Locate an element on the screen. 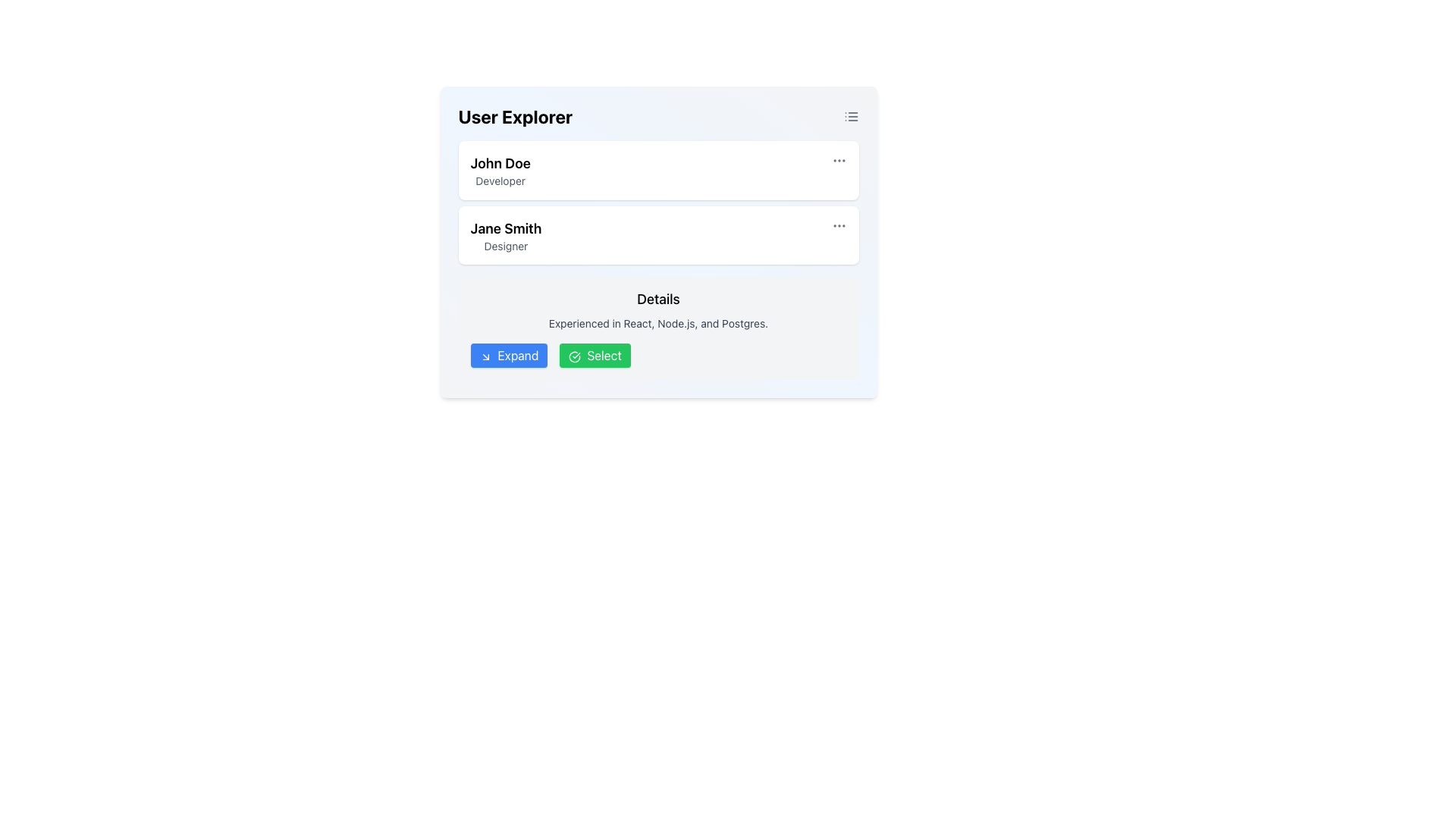  the information display card located at the center of the user profile section, which includes user information such as name and role is located at coordinates (658, 241).